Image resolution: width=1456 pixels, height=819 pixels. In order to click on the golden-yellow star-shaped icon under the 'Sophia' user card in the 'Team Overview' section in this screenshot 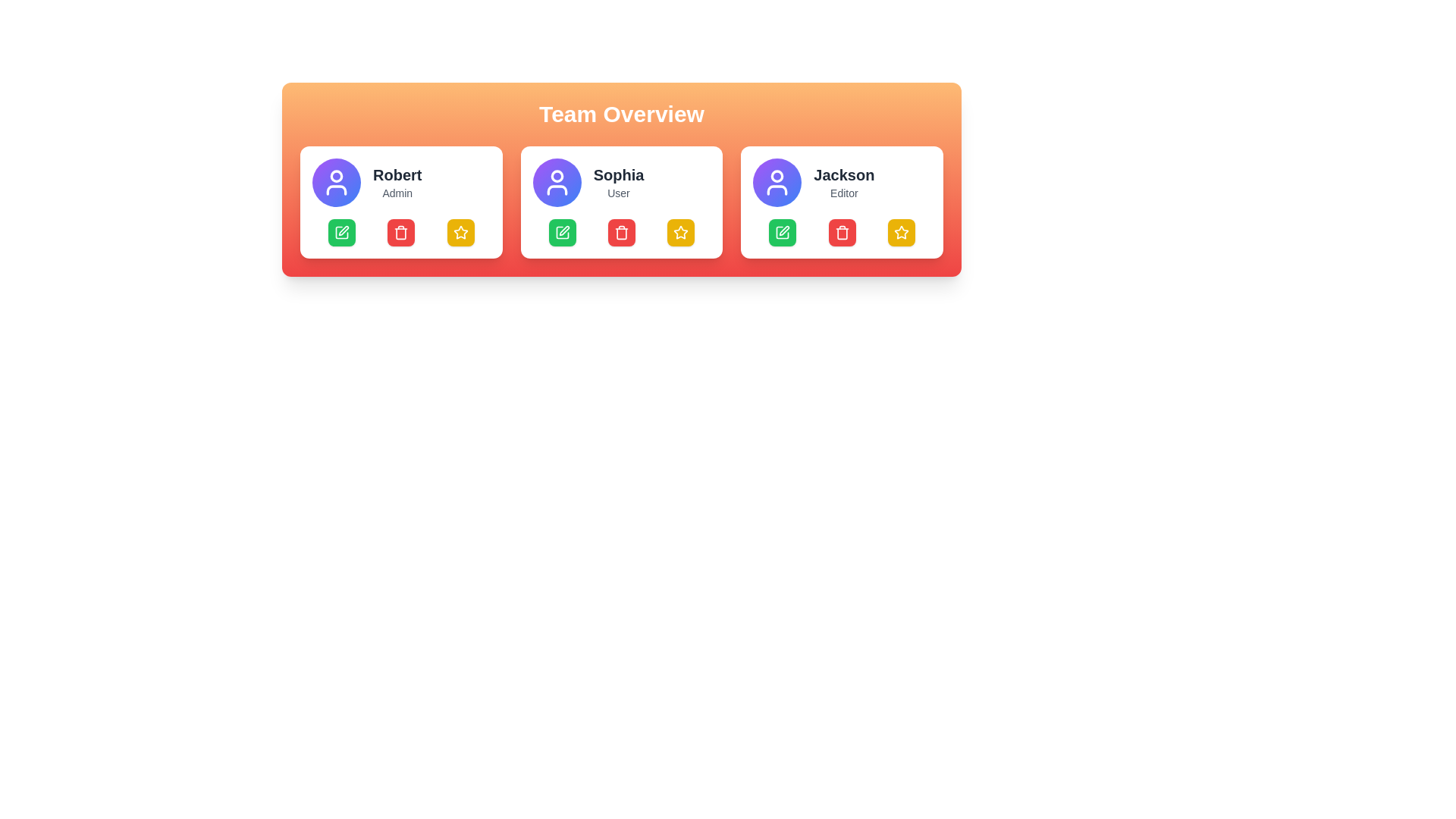, I will do `click(680, 233)`.